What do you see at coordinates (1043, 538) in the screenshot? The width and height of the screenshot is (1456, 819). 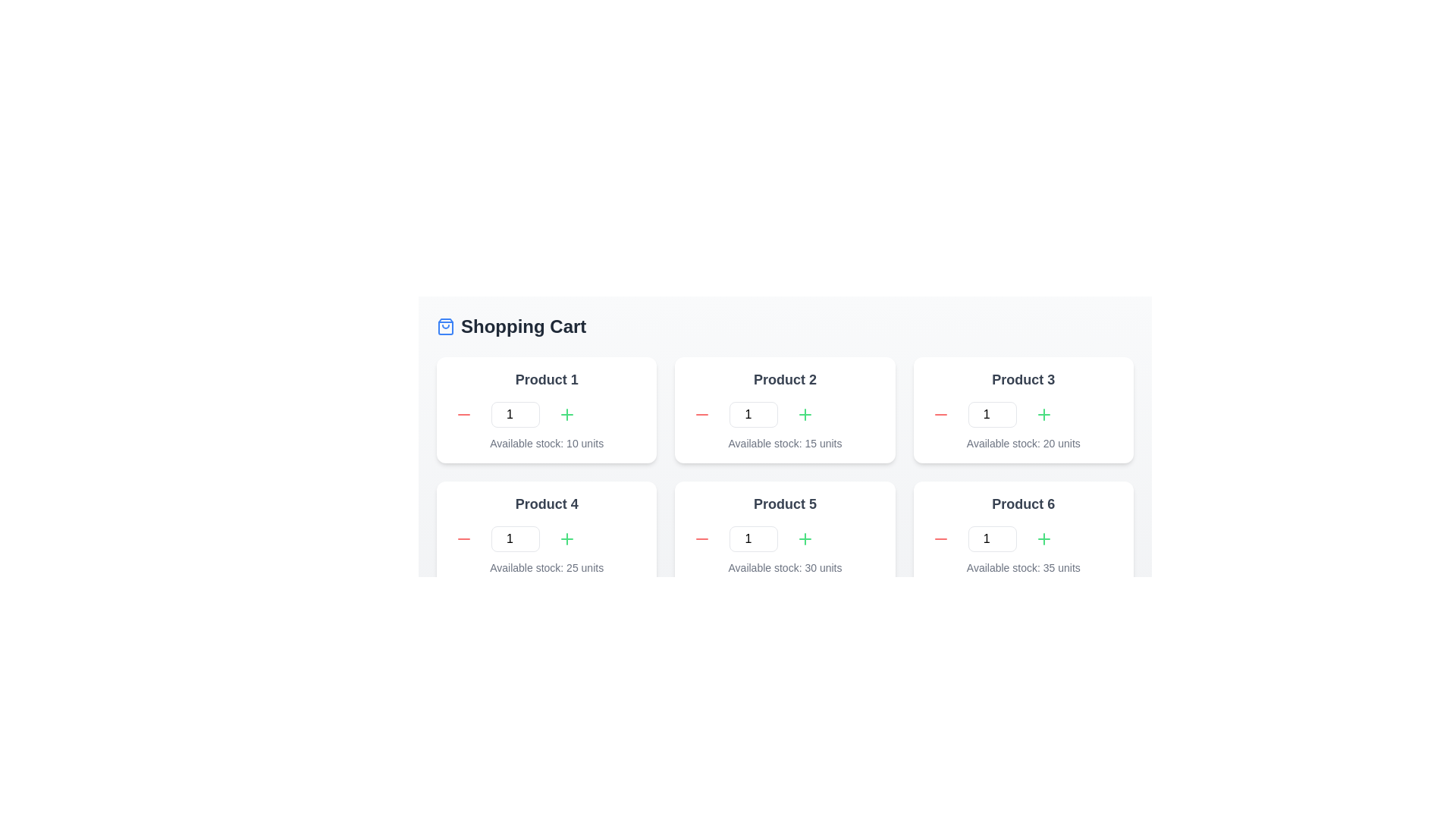 I see `the green plus icon button located at the bottom-right corner of the 'Product 6' card` at bounding box center [1043, 538].